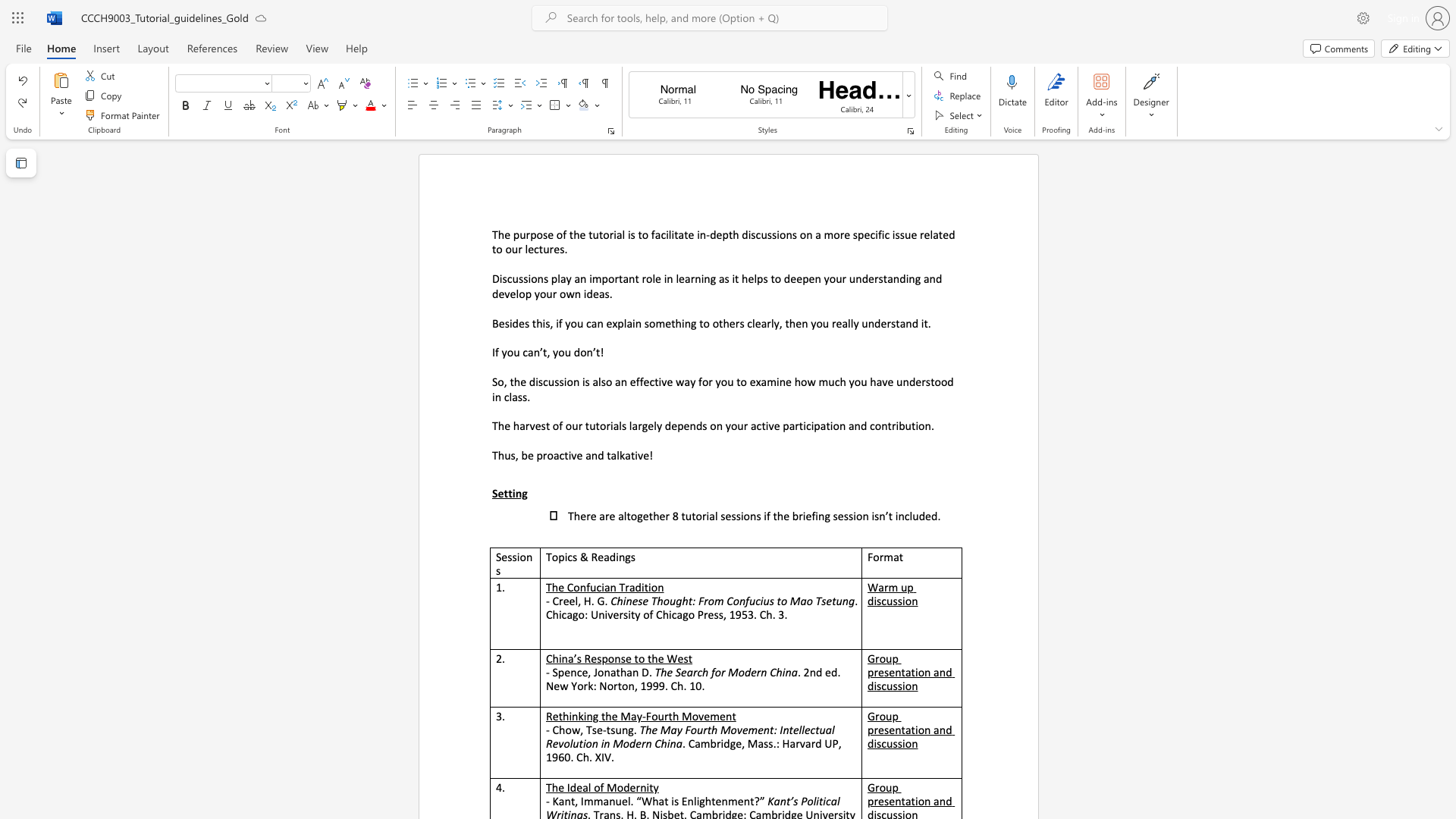 The height and width of the screenshot is (819, 1456). Describe the element at coordinates (563, 600) in the screenshot. I see `the space between the continuous character "r" and "e" in the text` at that location.